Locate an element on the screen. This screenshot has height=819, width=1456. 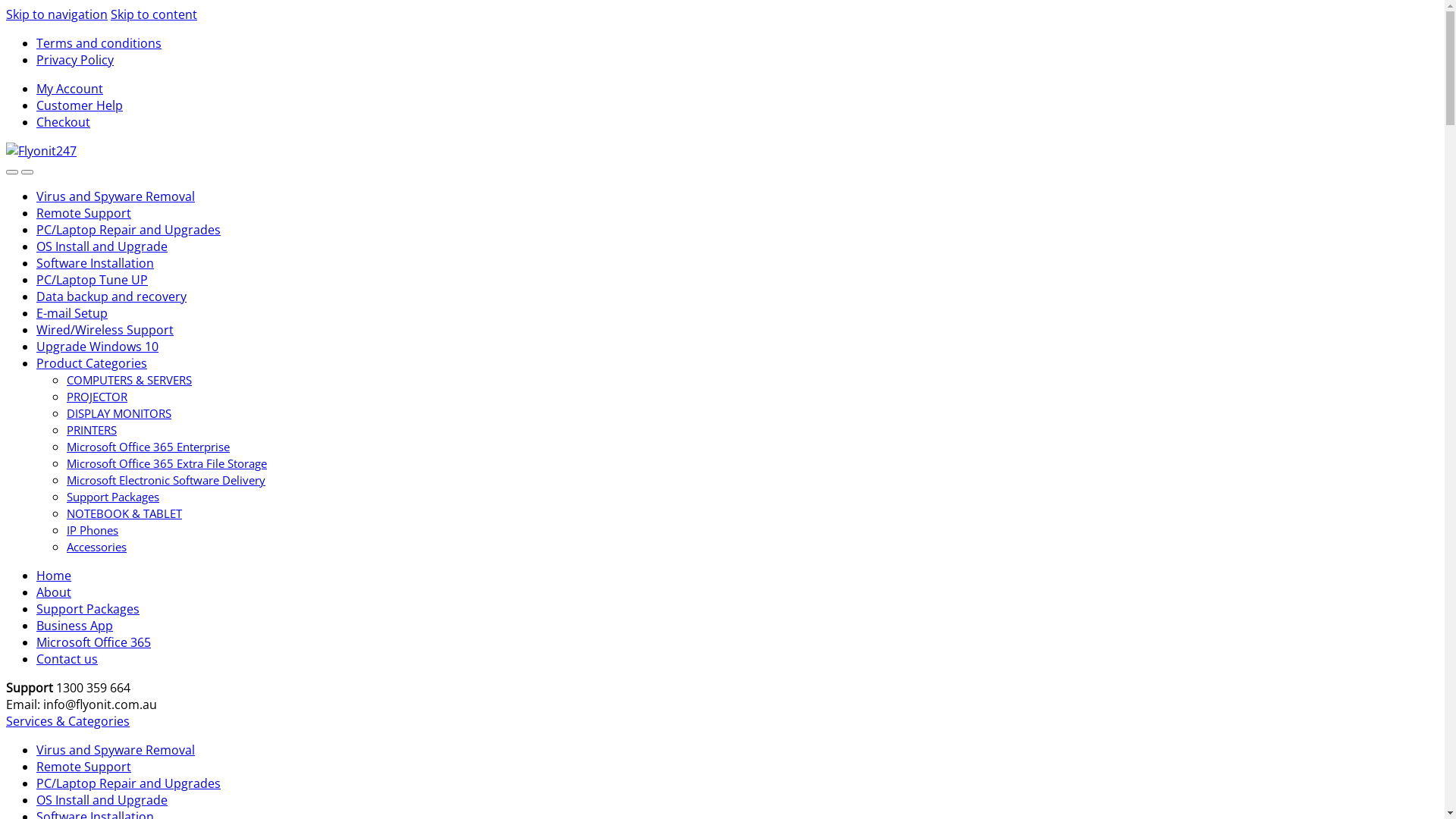
'PRINTERS' is located at coordinates (90, 430).